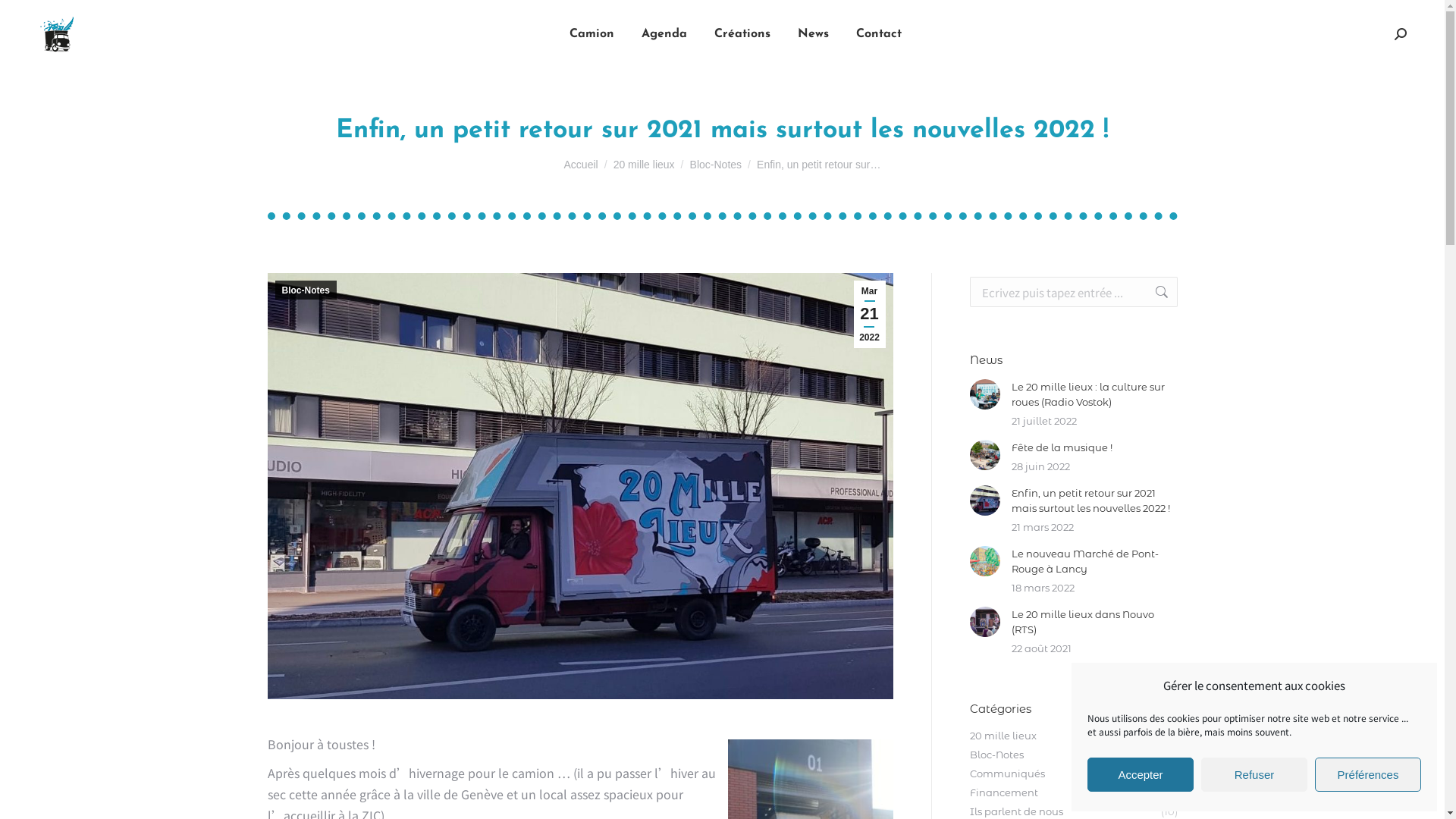 Image resolution: width=1456 pixels, height=819 pixels. Describe the element at coordinates (564, 34) in the screenshot. I see `'Camion'` at that location.